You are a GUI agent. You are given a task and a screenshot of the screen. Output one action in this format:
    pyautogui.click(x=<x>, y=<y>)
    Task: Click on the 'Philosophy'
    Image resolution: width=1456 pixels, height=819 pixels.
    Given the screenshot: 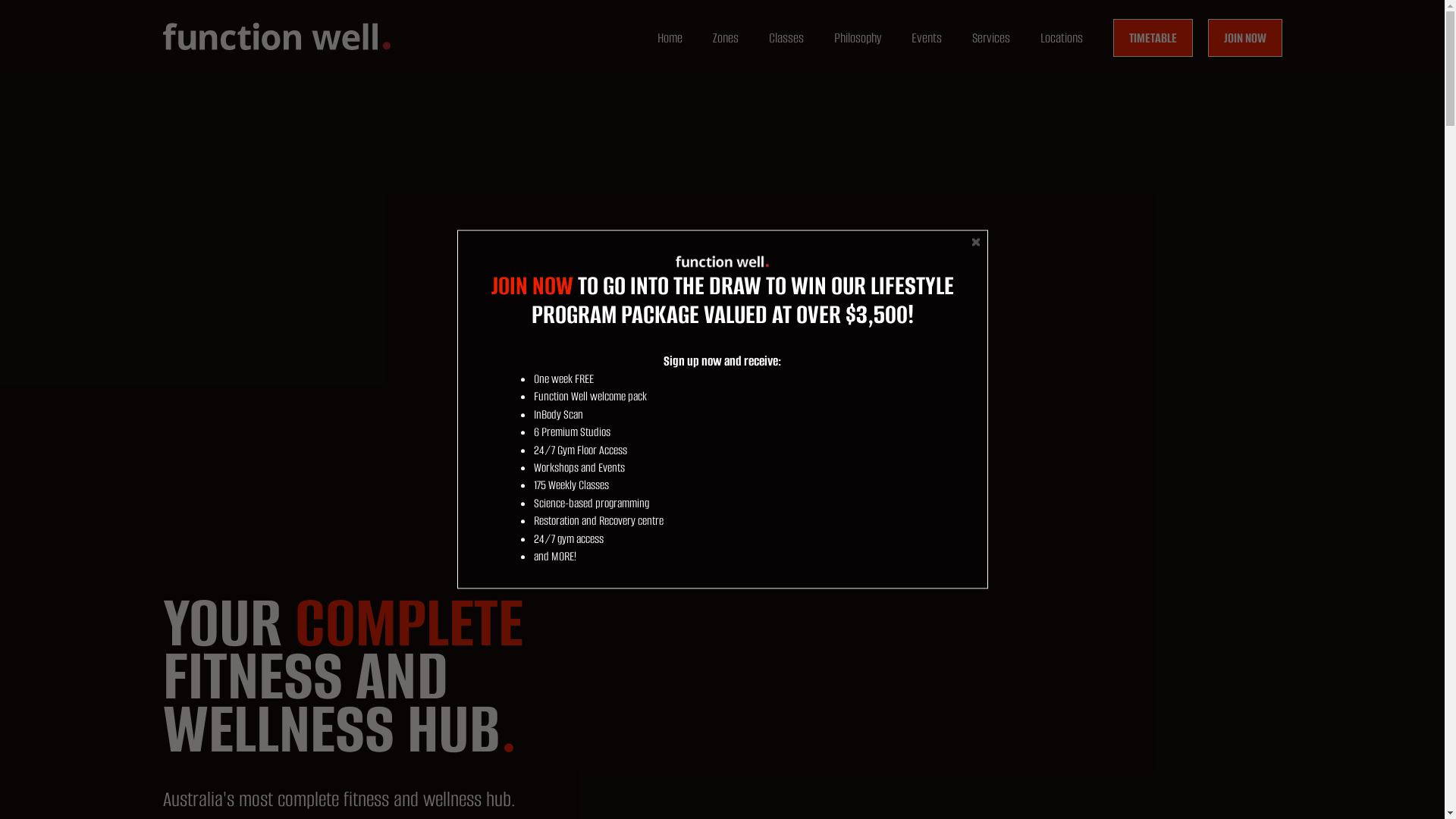 What is the action you would take?
    pyautogui.click(x=858, y=37)
    